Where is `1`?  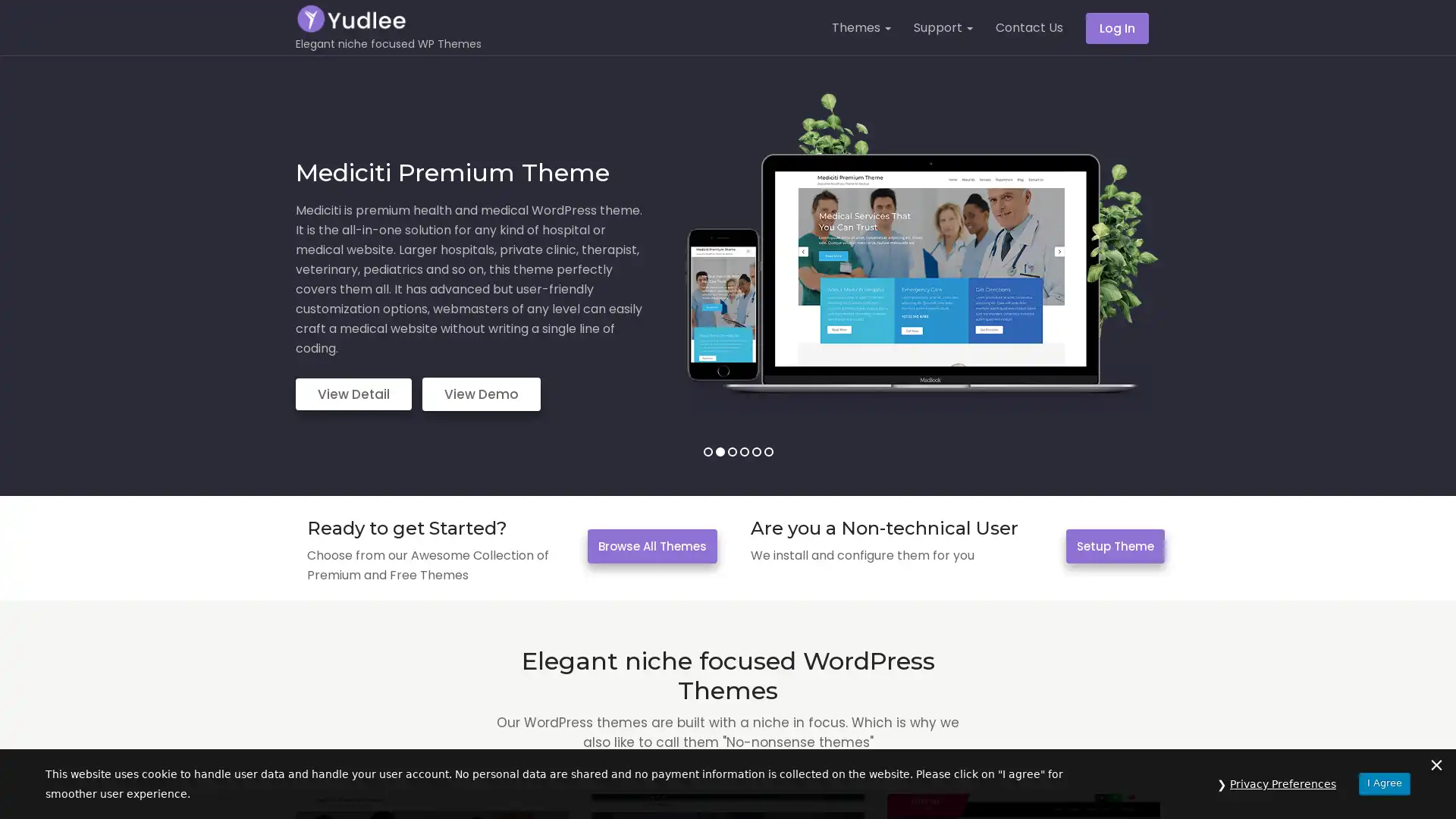
1 is located at coordinates (706, 451).